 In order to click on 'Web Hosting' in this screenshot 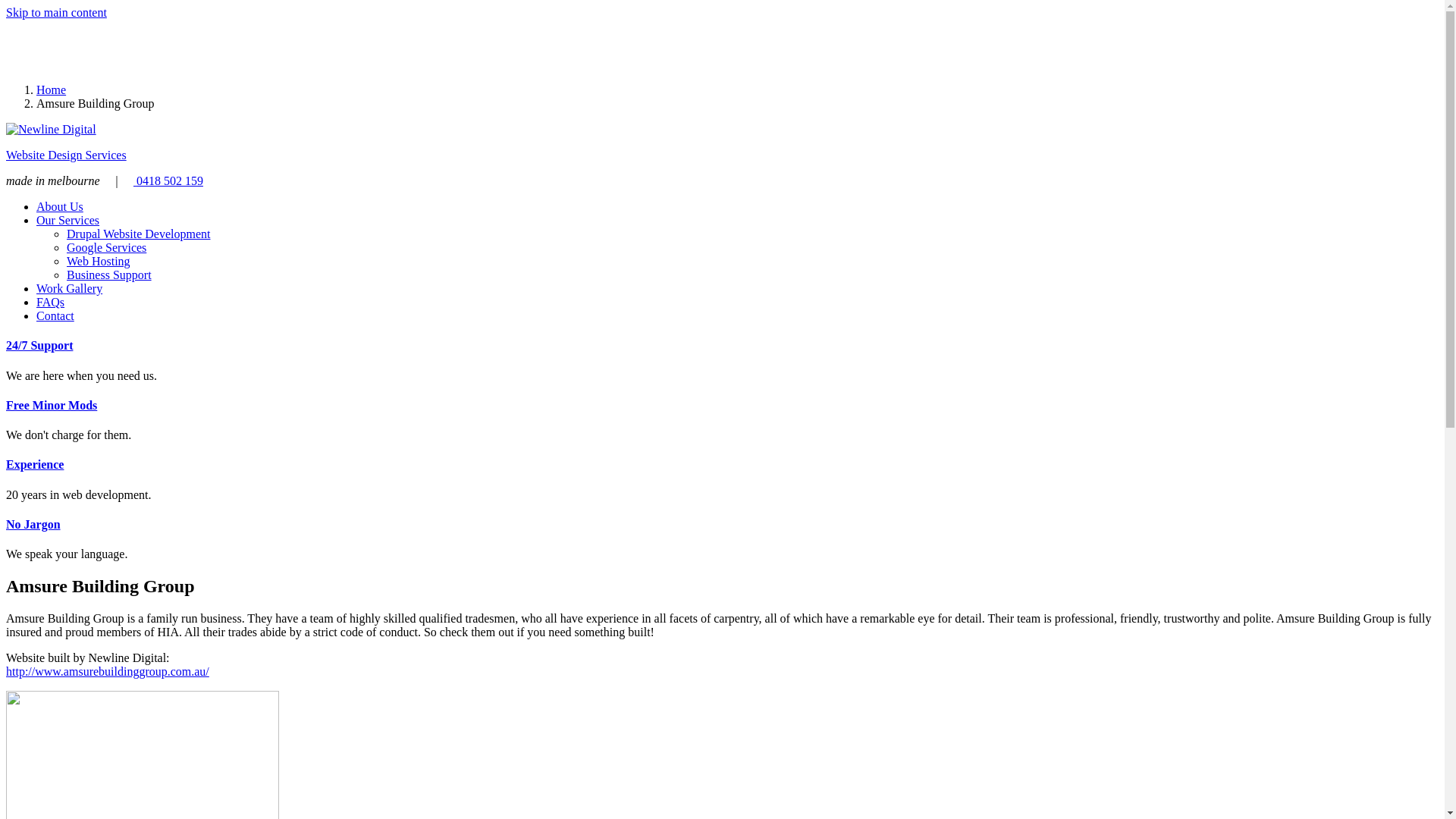, I will do `click(65, 260)`.